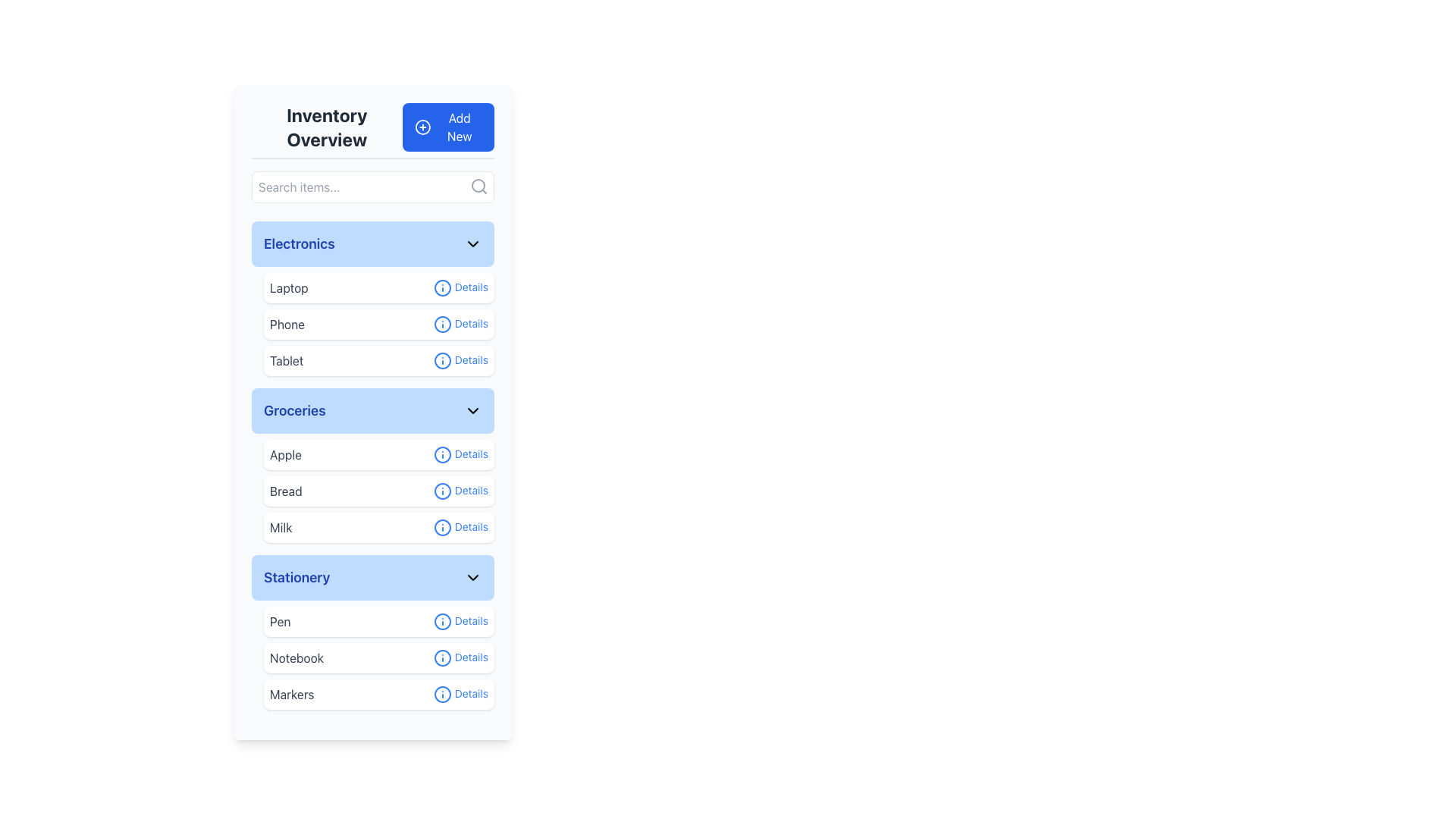 The image size is (1456, 819). I want to click on the circular graphic icon representing details for the 'Pen' item in the 'Stationery' section, so click(441, 622).